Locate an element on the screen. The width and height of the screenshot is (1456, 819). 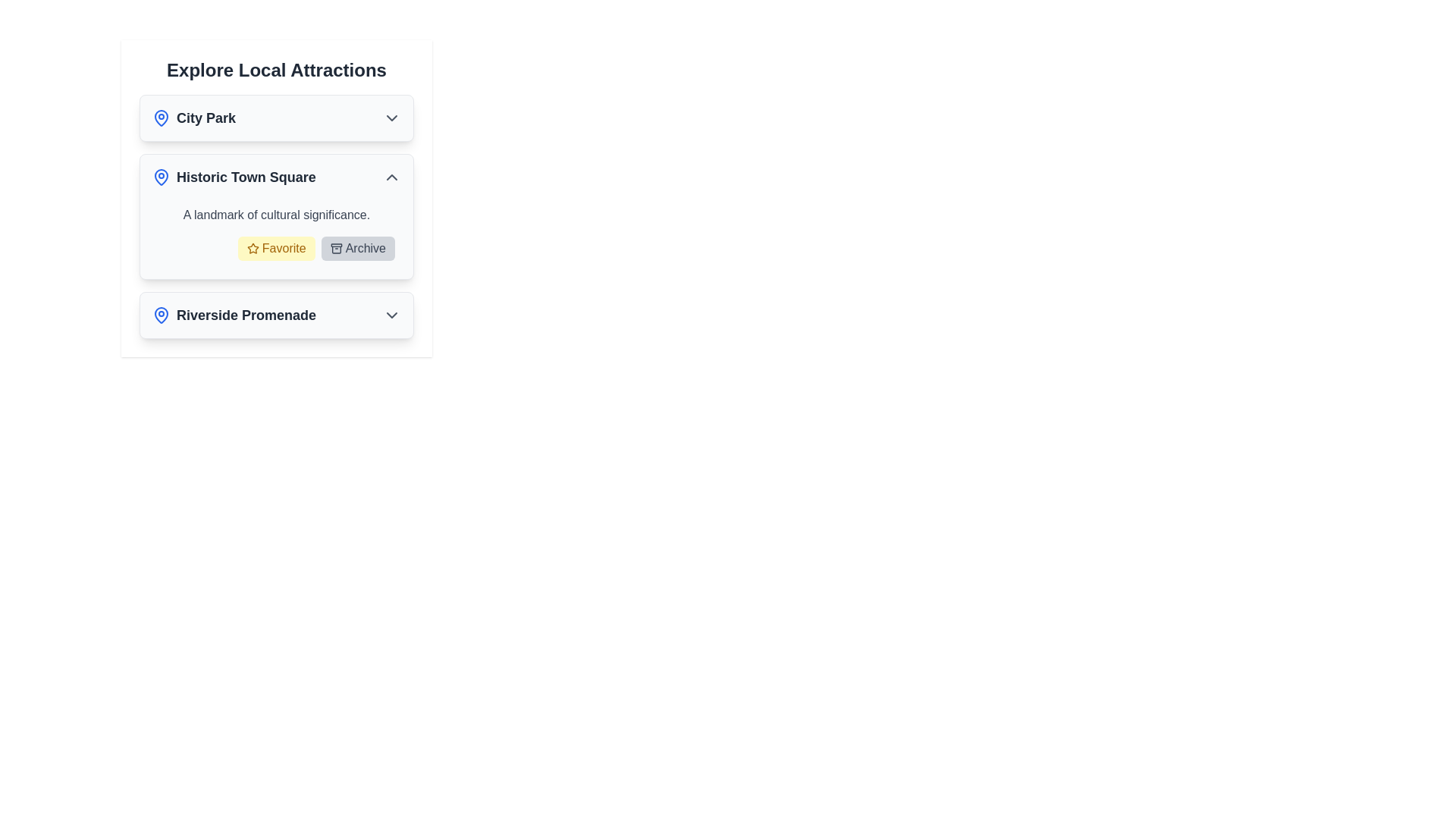
the Chevron Icon located on the rightmost side of the 'Riverside Promenade' clickable item is located at coordinates (392, 315).